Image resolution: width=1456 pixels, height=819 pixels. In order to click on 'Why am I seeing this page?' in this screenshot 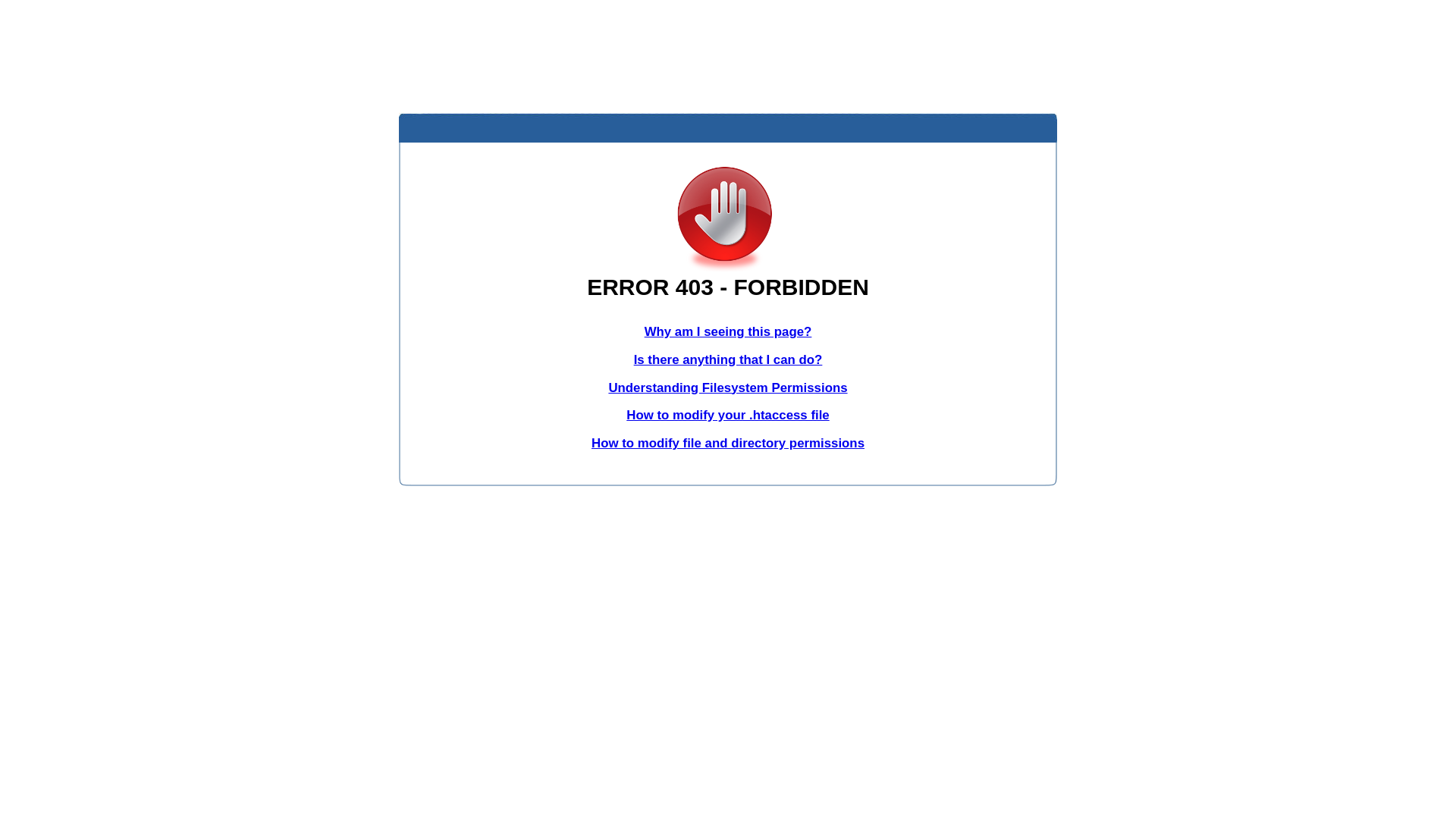, I will do `click(728, 331)`.